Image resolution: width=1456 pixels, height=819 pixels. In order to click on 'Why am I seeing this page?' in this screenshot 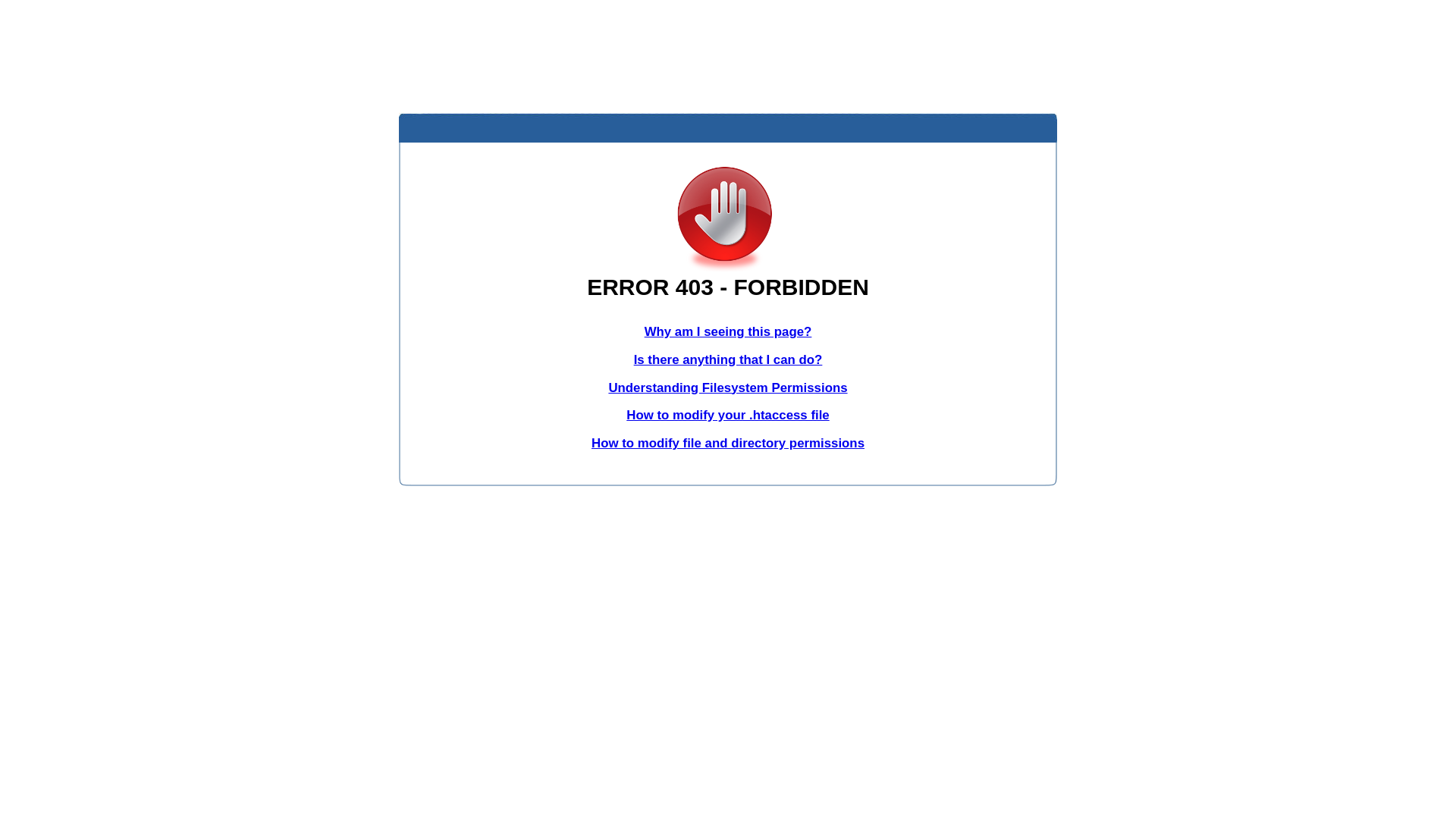, I will do `click(728, 331)`.